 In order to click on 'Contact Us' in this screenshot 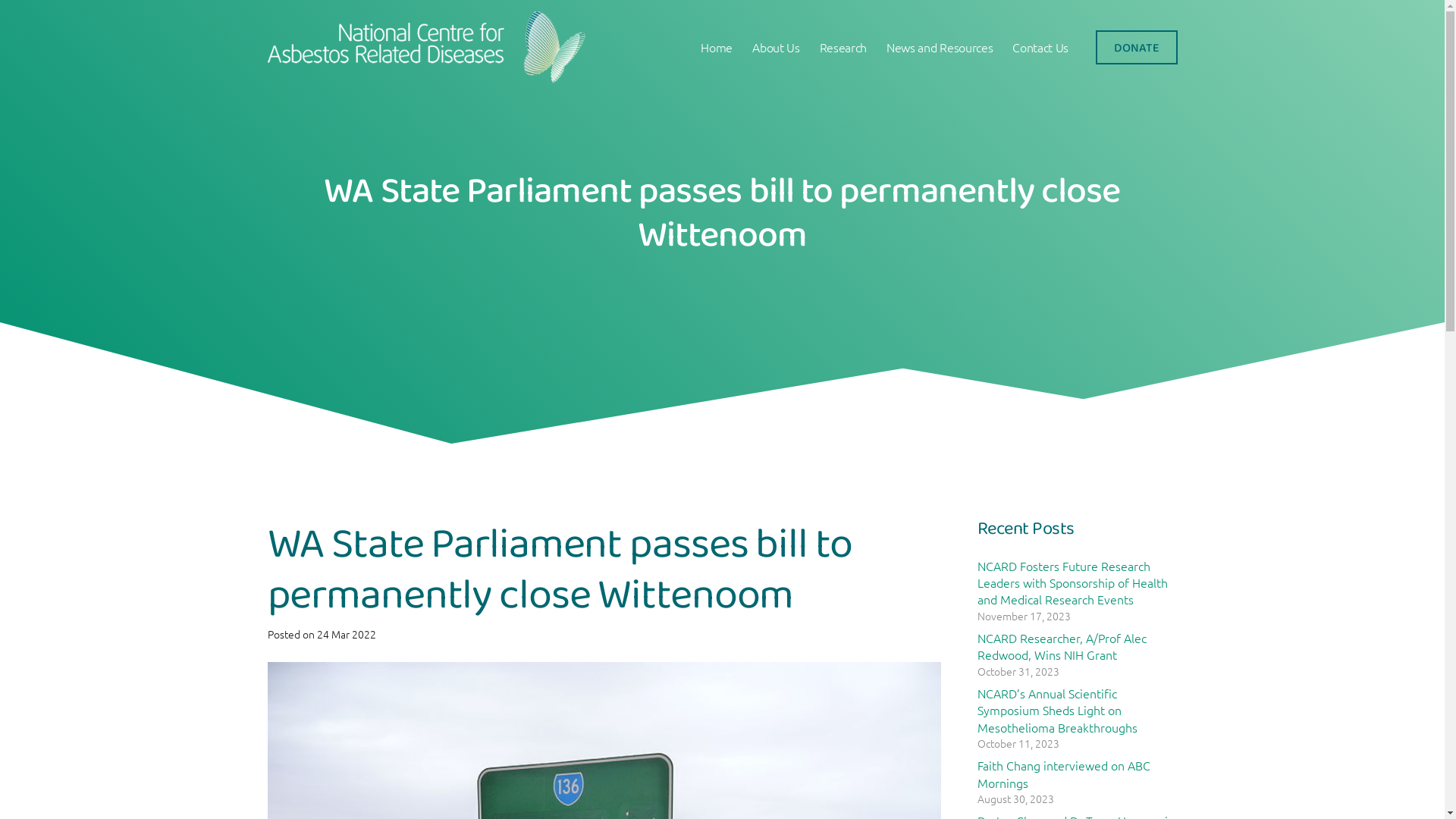, I will do `click(1040, 46)`.